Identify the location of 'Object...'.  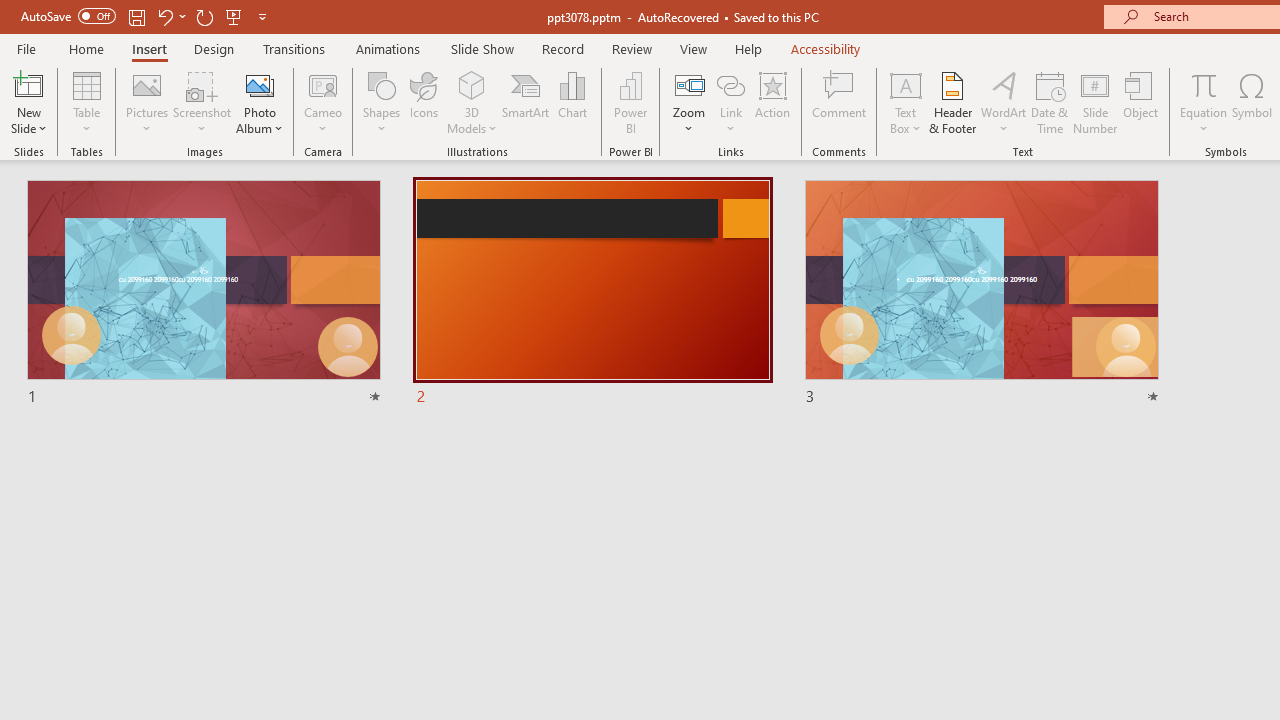
(1141, 103).